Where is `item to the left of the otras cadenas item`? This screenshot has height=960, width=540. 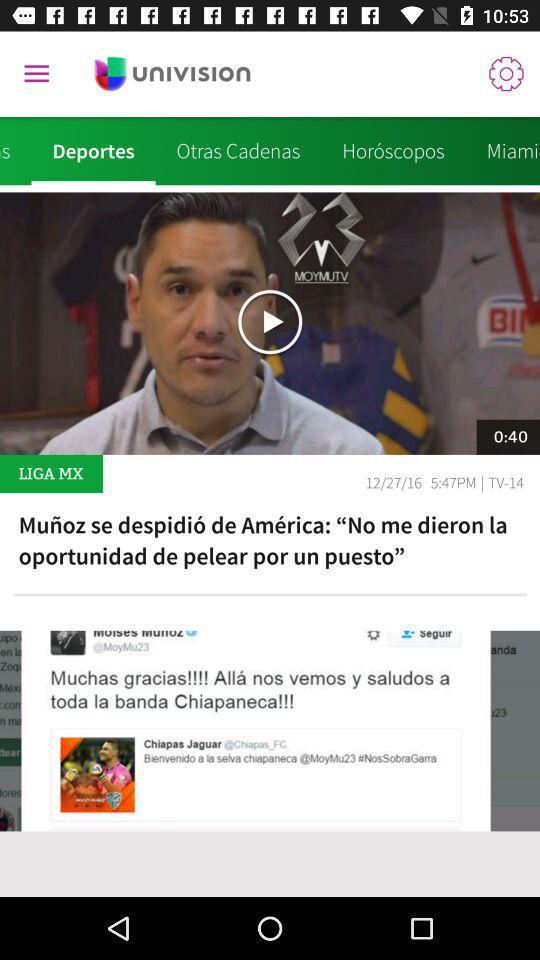 item to the left of the otras cadenas item is located at coordinates (92, 150).